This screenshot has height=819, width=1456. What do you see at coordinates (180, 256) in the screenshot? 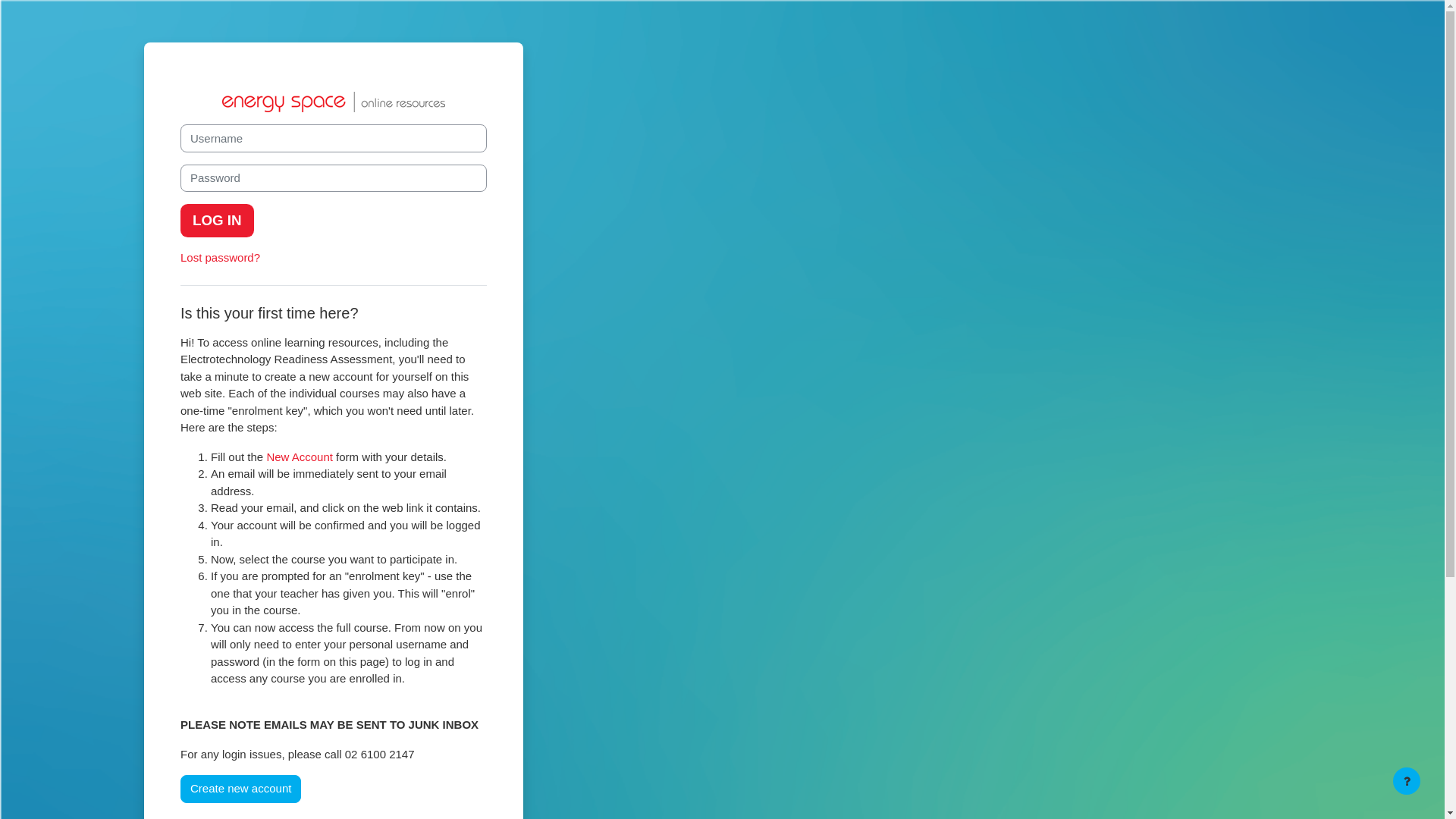
I see `'Lost password?'` at bounding box center [180, 256].